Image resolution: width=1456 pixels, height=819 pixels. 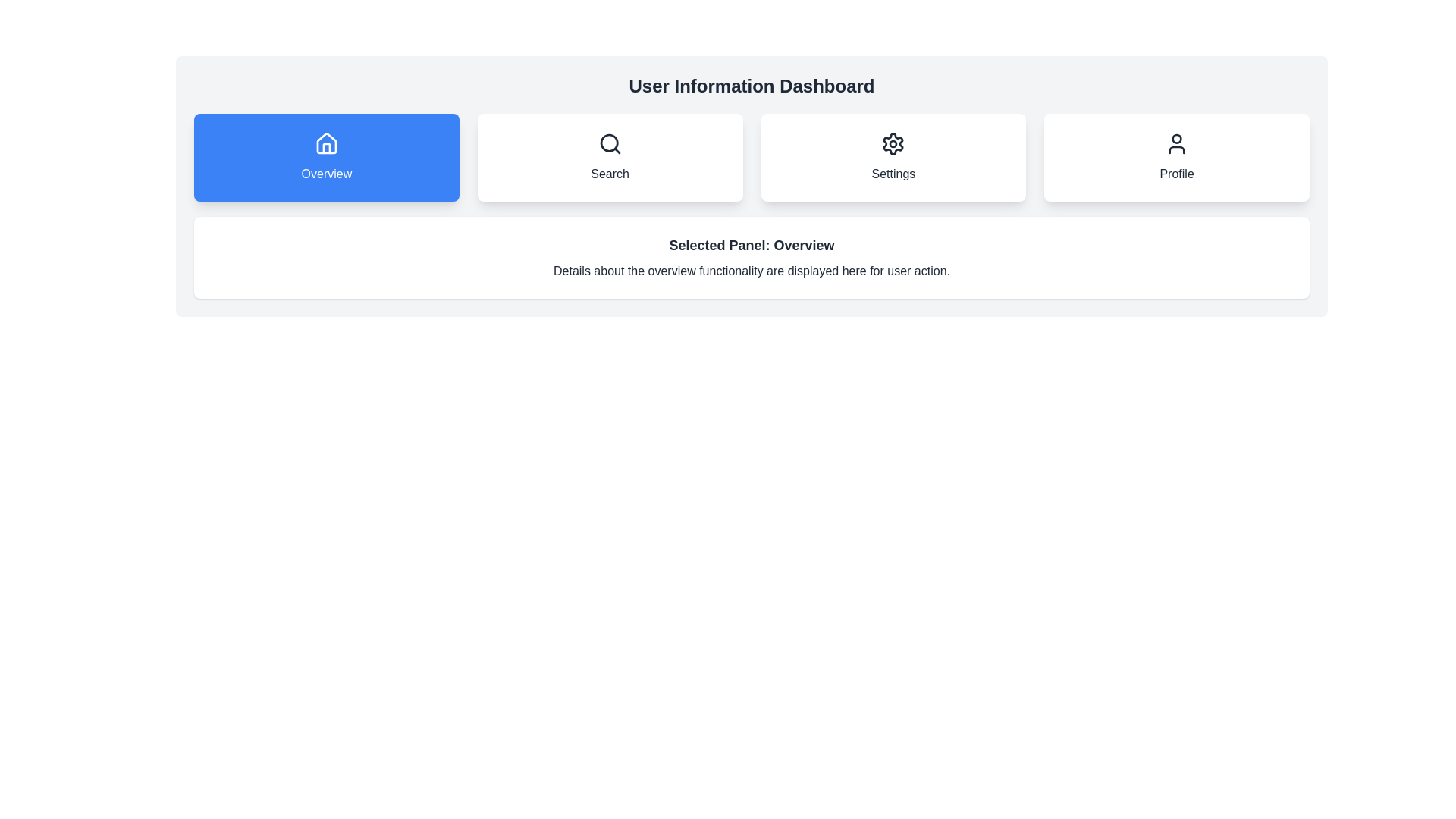 What do you see at coordinates (1176, 158) in the screenshot?
I see `the 'Profile' button` at bounding box center [1176, 158].